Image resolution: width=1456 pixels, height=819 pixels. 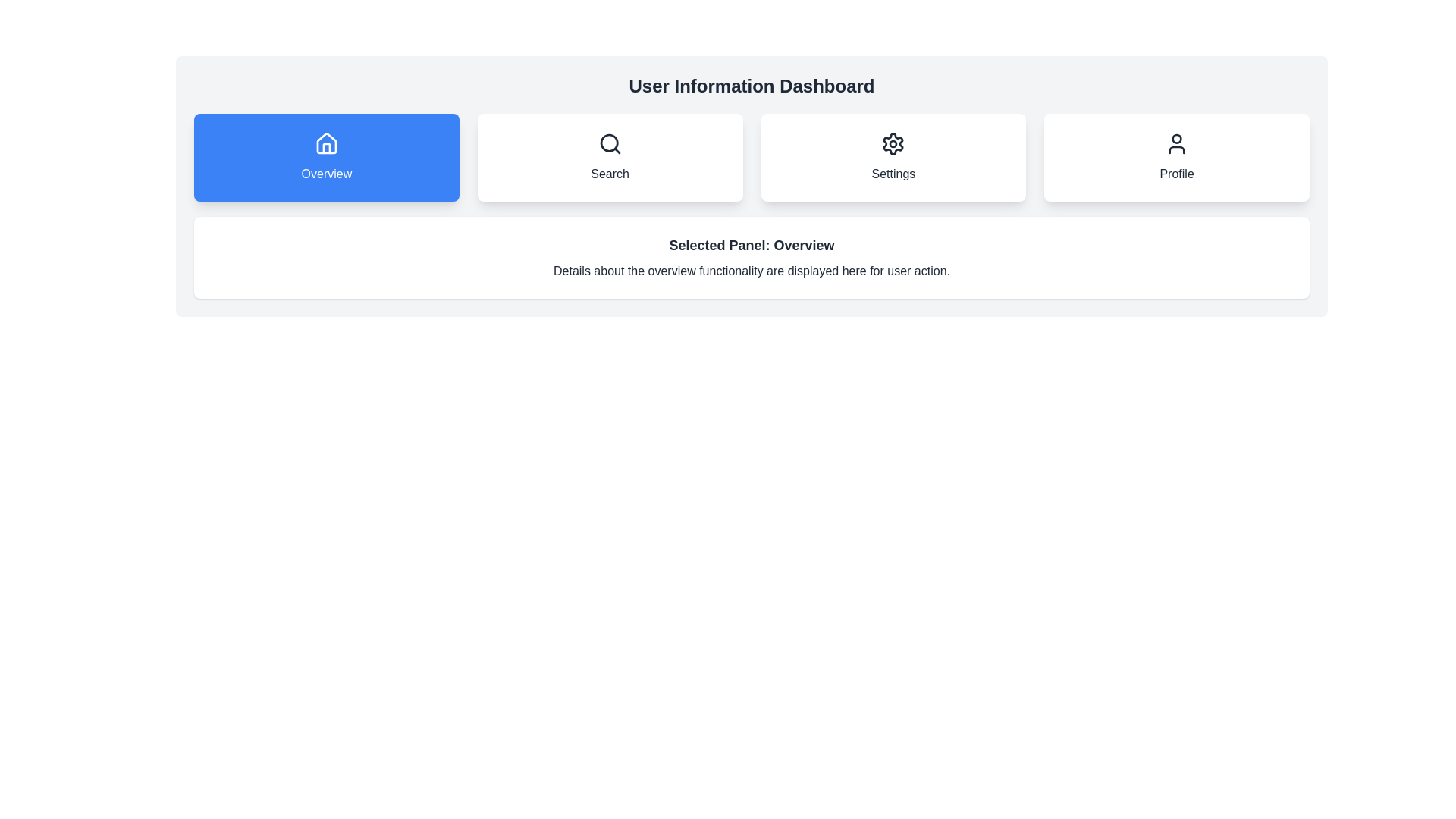 What do you see at coordinates (1176, 158) in the screenshot?
I see `the 'Profile' button` at bounding box center [1176, 158].